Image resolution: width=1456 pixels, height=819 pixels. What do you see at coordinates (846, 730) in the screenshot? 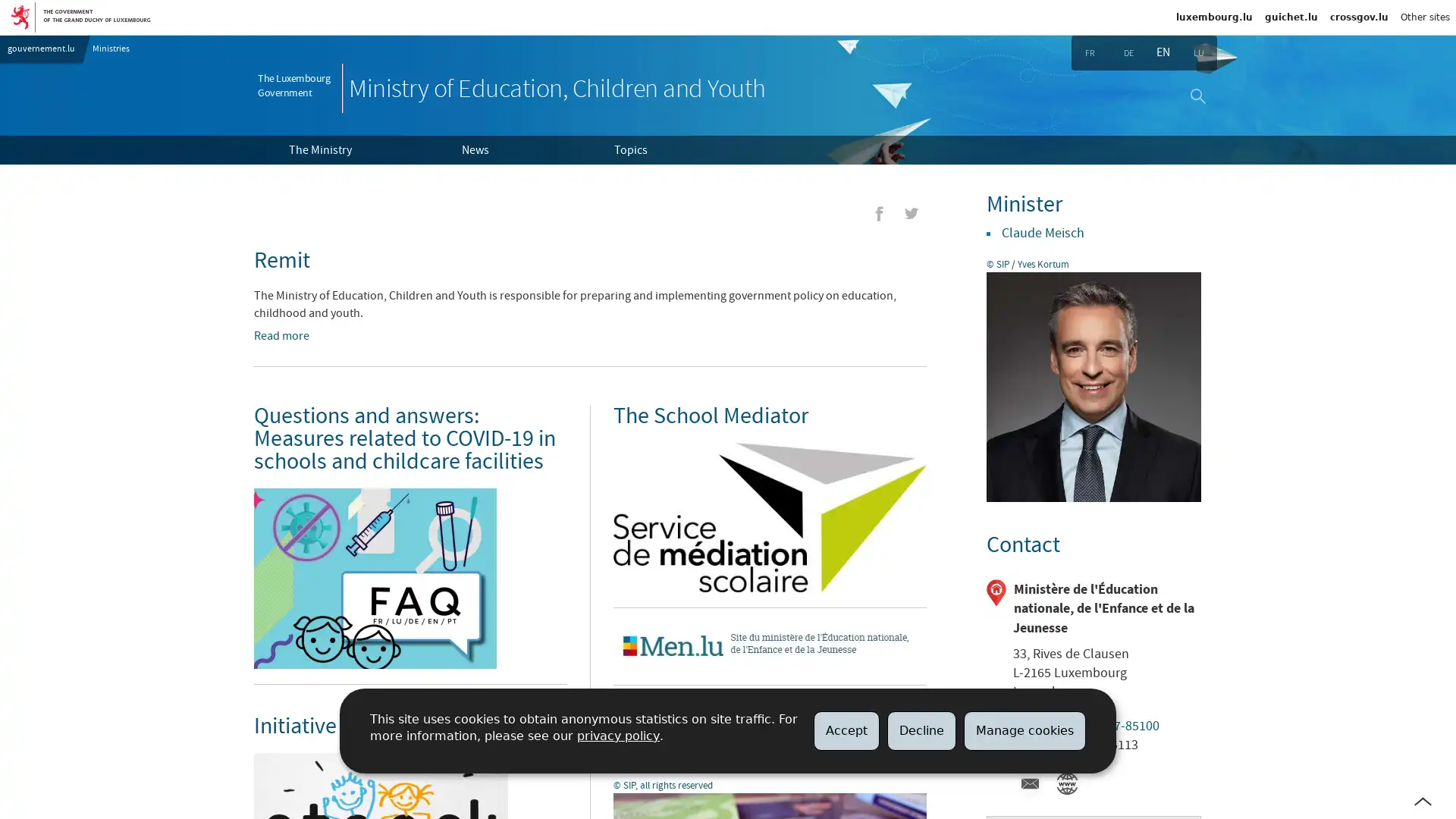
I see `Accept` at bounding box center [846, 730].